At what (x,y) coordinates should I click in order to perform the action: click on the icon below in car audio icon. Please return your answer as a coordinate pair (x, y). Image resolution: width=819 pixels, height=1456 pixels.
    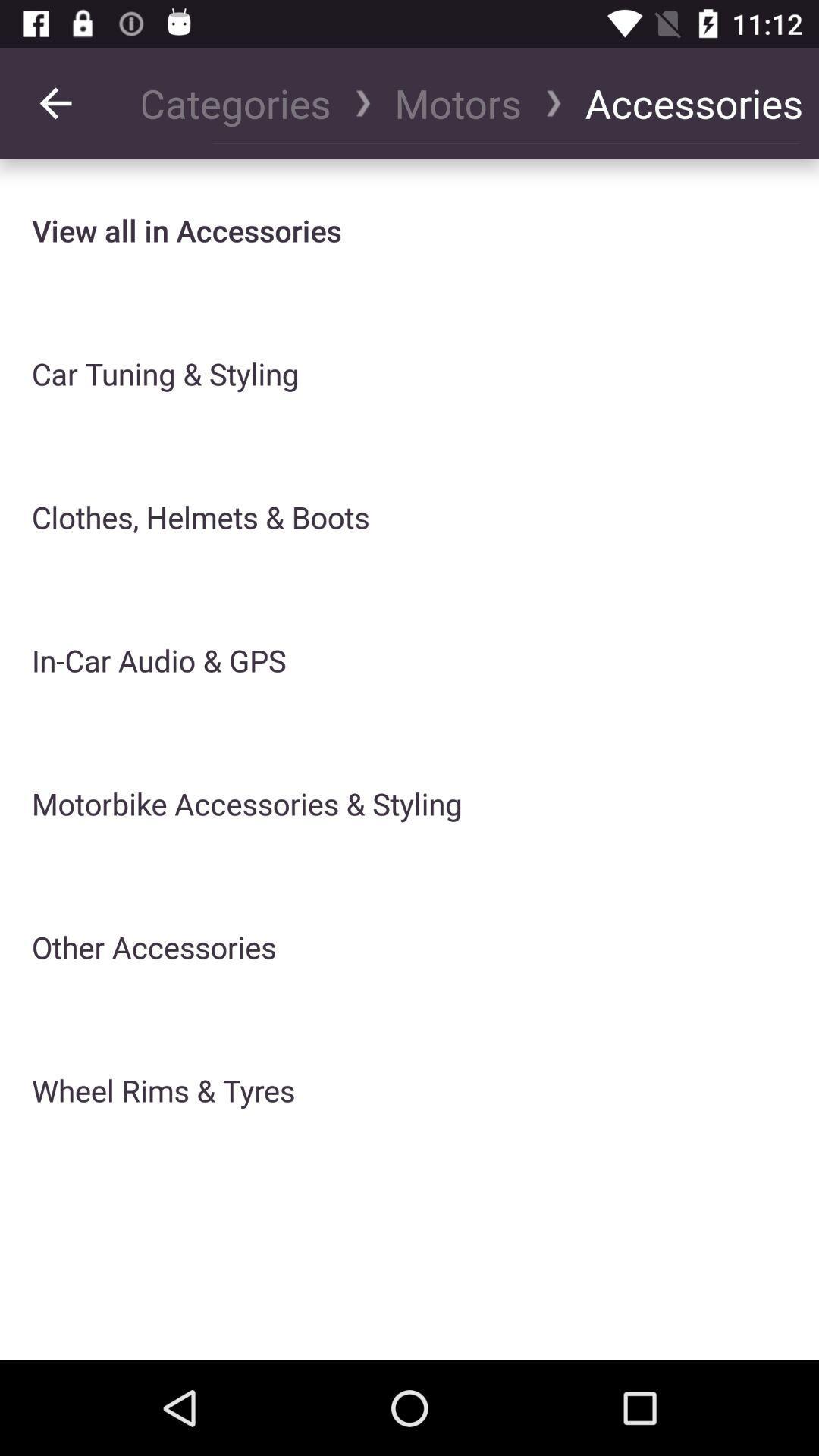
    Looking at the image, I should click on (246, 803).